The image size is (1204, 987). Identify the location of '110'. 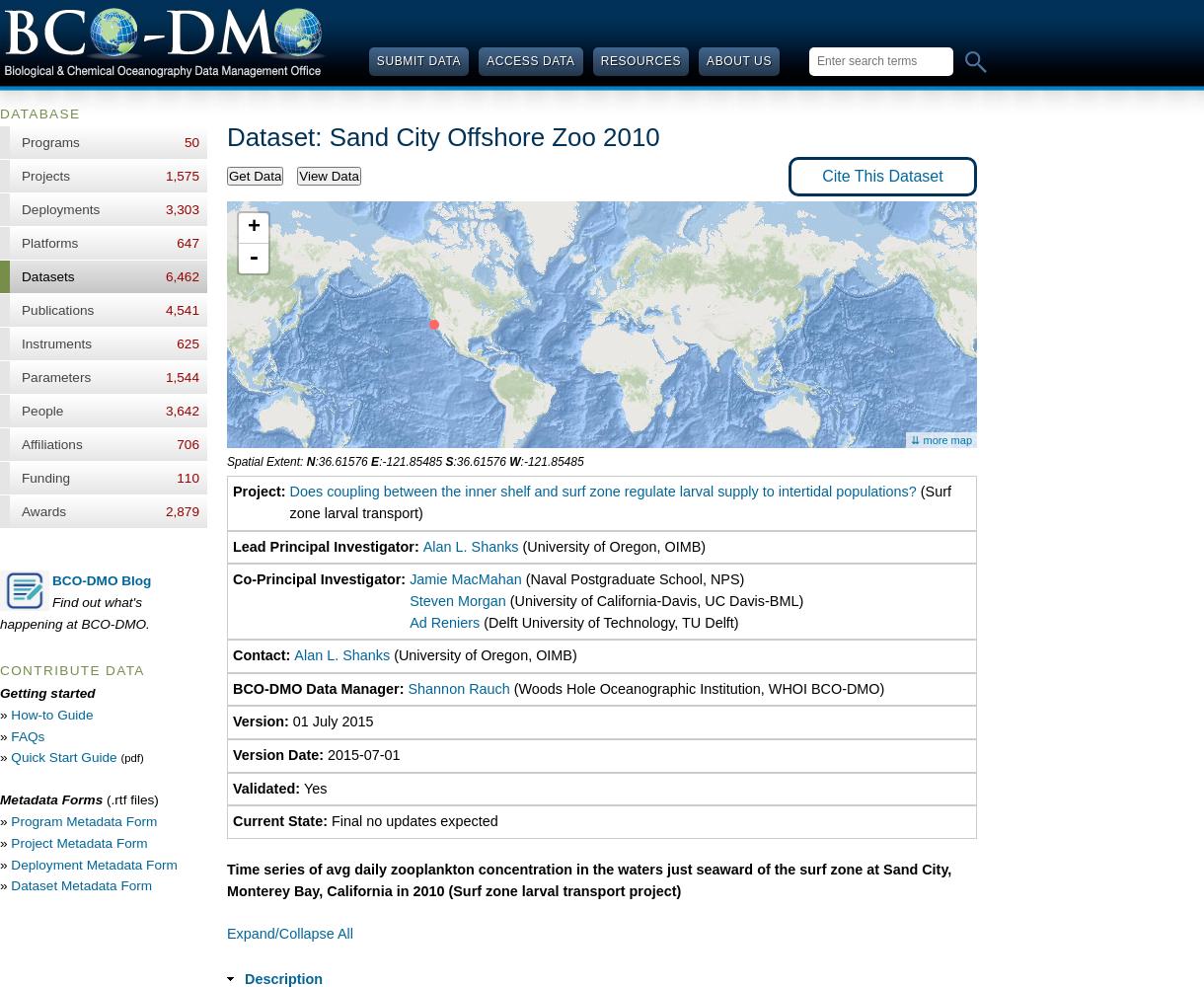
(187, 477).